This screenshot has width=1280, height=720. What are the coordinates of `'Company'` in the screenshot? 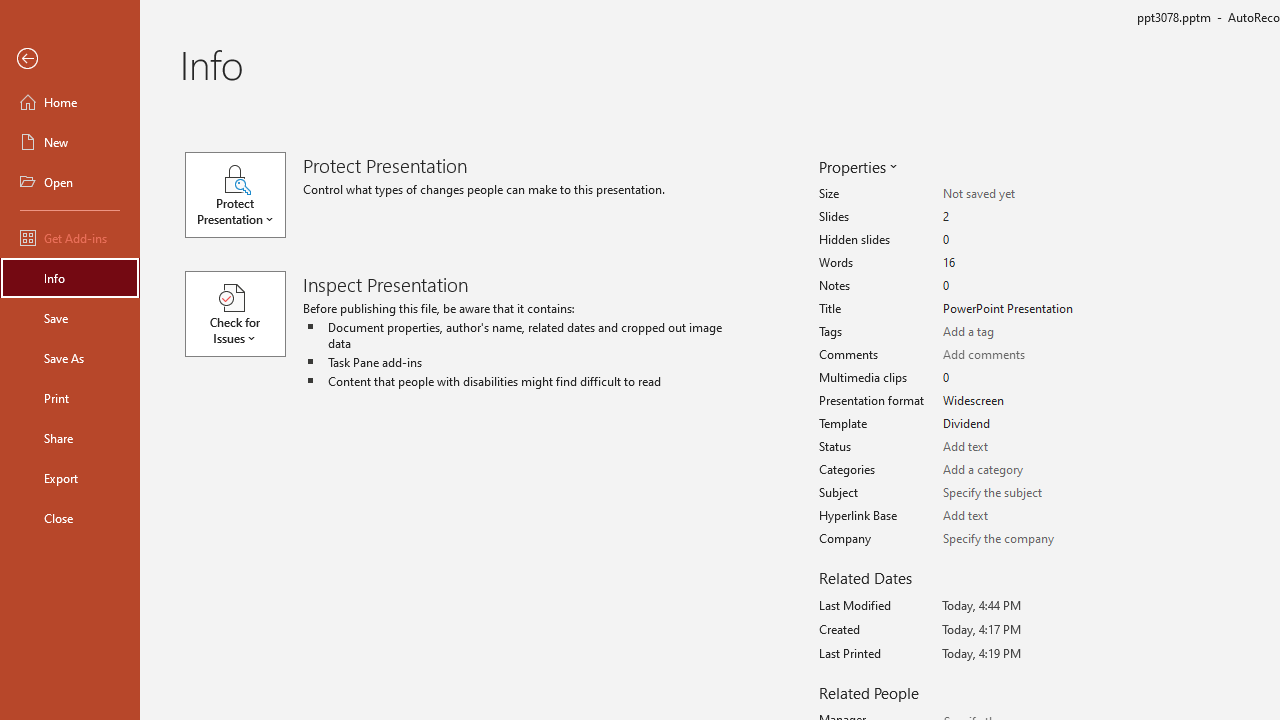 It's located at (1012, 538).